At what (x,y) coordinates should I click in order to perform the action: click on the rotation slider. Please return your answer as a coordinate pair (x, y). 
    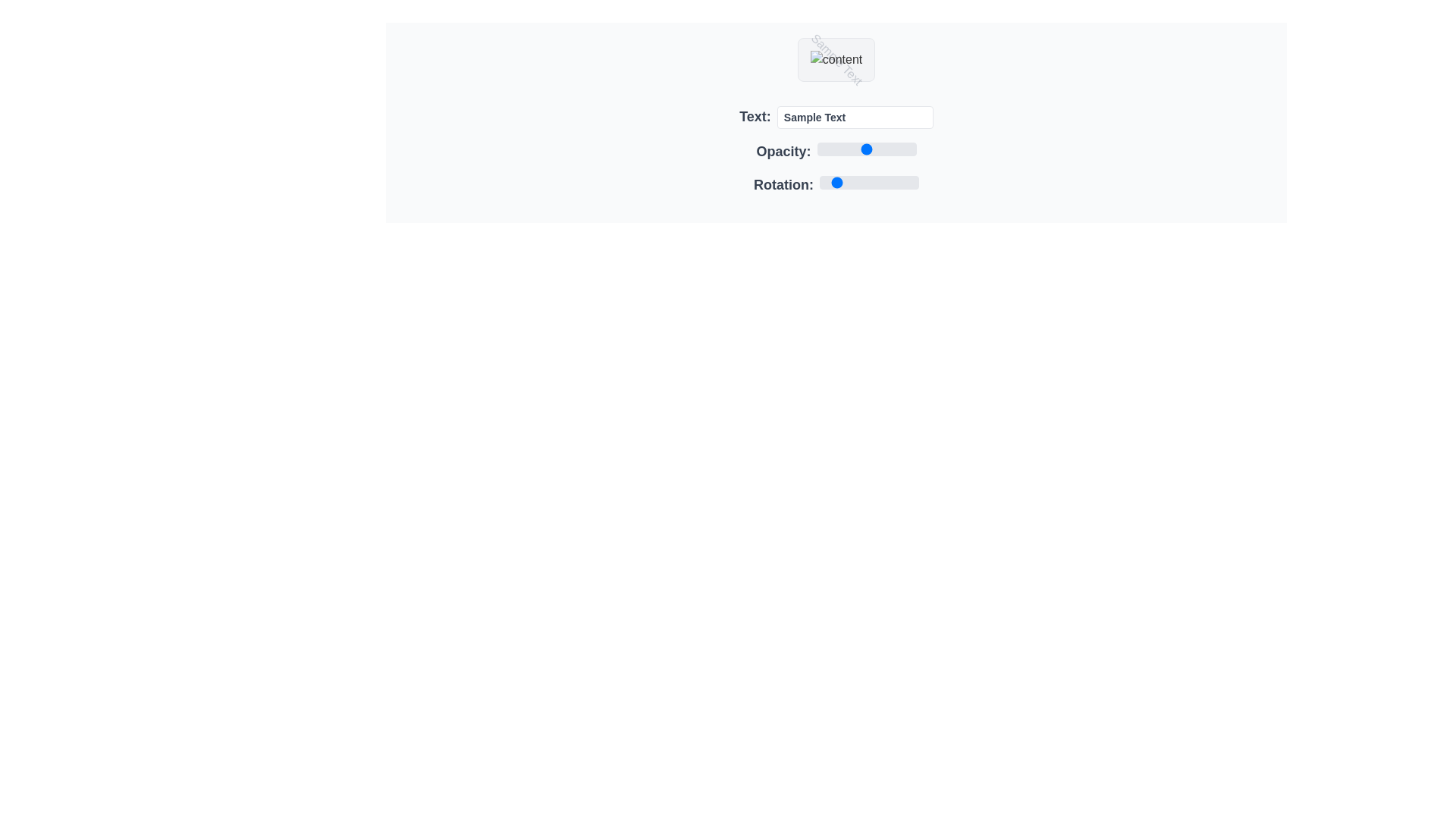
    Looking at the image, I should click on (897, 181).